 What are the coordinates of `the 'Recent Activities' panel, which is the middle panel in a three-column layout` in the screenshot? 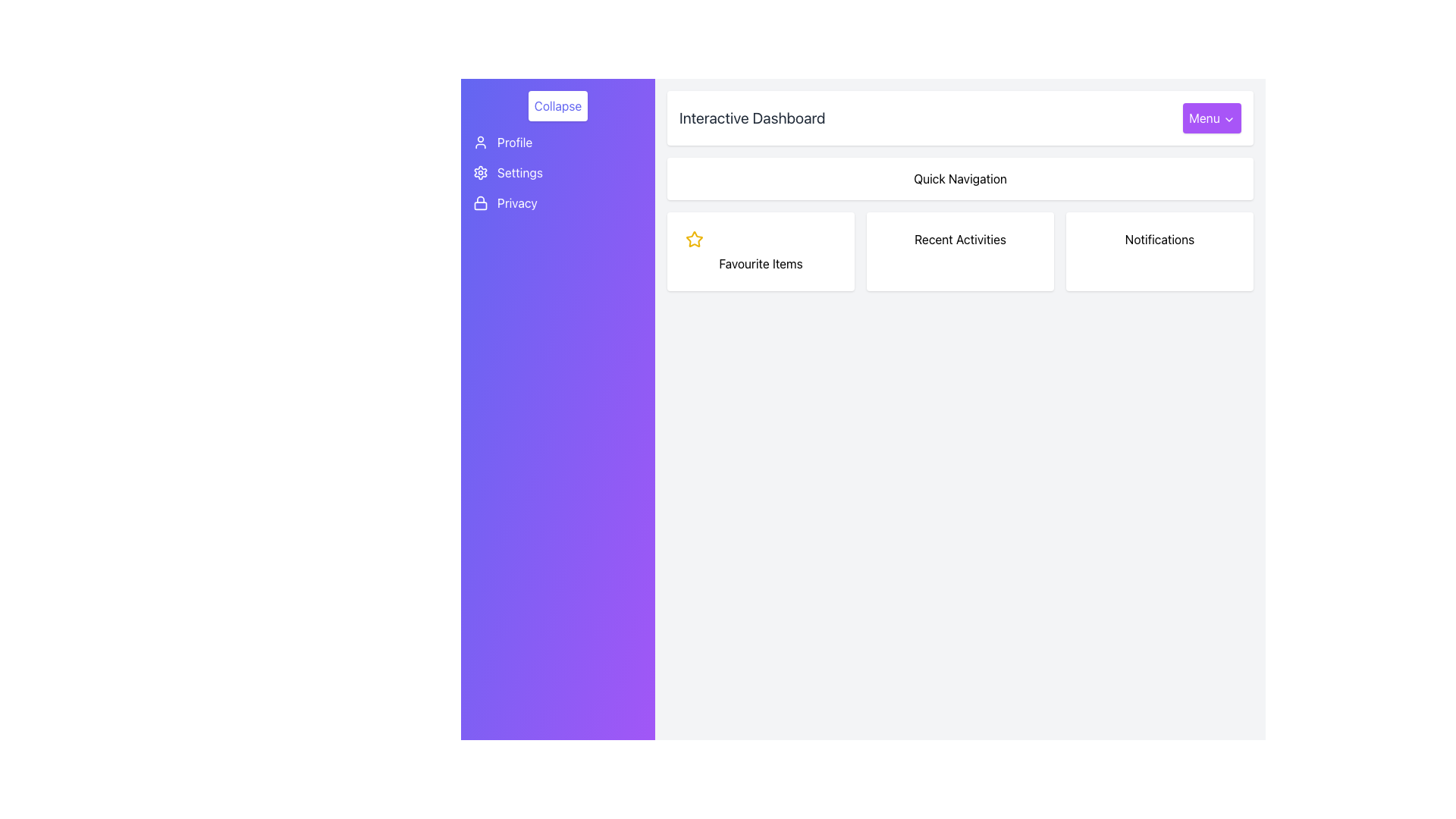 It's located at (959, 250).